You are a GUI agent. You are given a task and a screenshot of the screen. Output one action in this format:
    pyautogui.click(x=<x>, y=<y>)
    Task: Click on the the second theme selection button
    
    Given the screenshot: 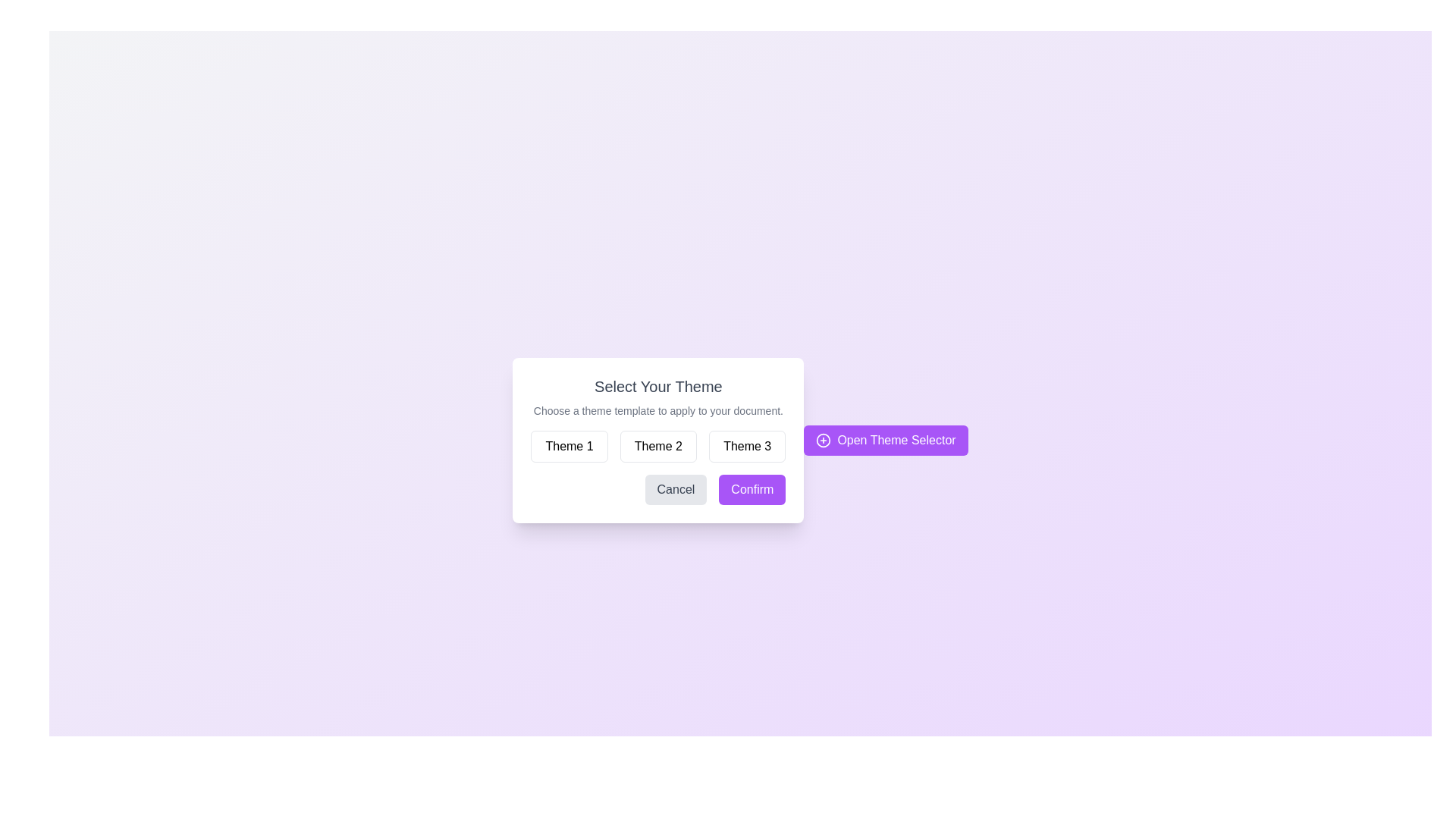 What is the action you would take?
    pyautogui.click(x=658, y=441)
    